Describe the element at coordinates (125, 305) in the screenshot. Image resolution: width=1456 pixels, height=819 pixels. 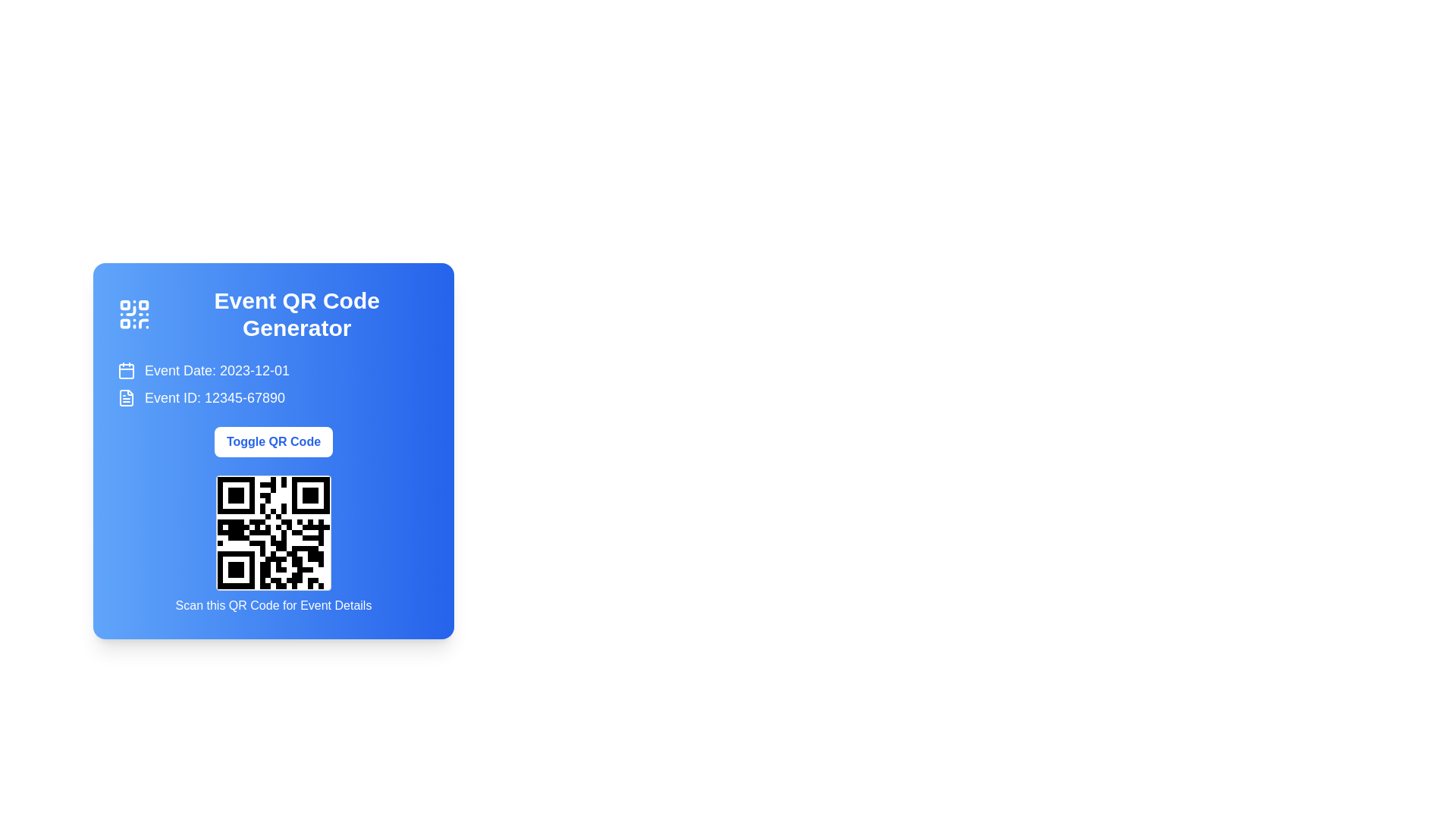
I see `the first square with rounded corners in the top-left corner of the QR code icon, which serves as a visual part of the QR code and has no interactive behavior` at that location.